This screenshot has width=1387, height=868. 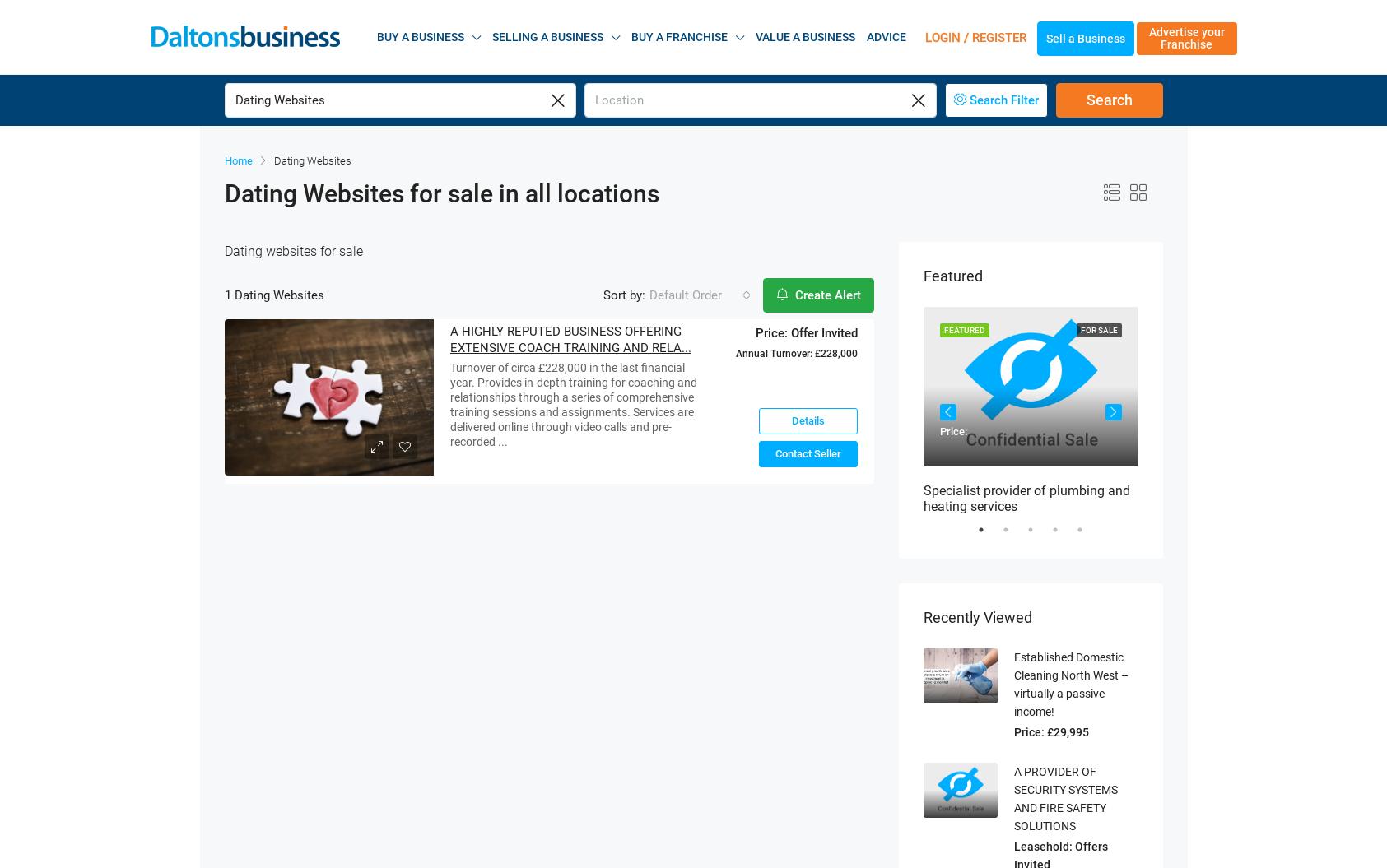 What do you see at coordinates (1003, 78) in the screenshot?
I see `'Search Filter'` at bounding box center [1003, 78].